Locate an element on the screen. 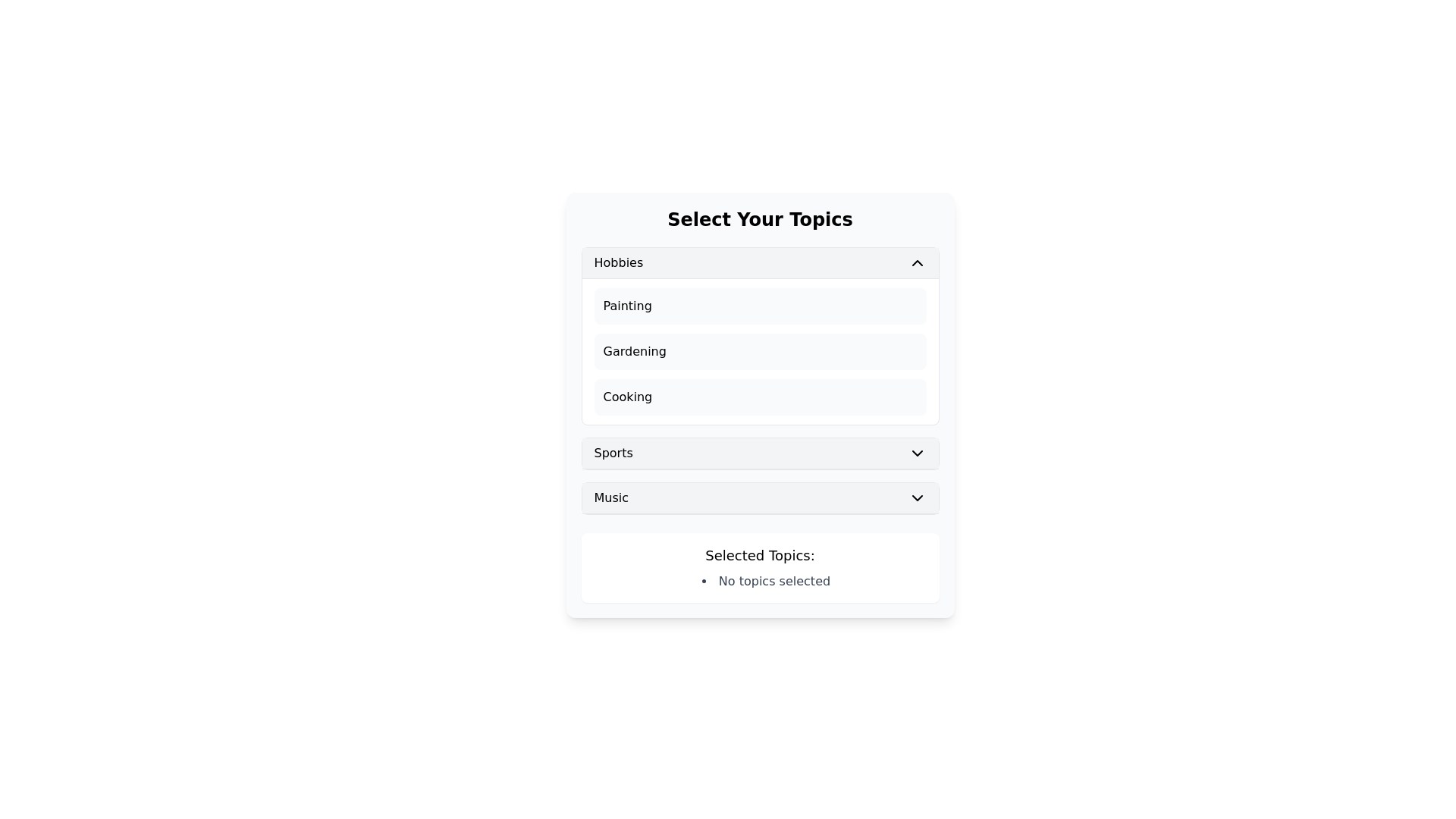 This screenshot has height=819, width=1456. the 'Sports' dropdown trigger located under the 'Hobbies' section is located at coordinates (760, 453).